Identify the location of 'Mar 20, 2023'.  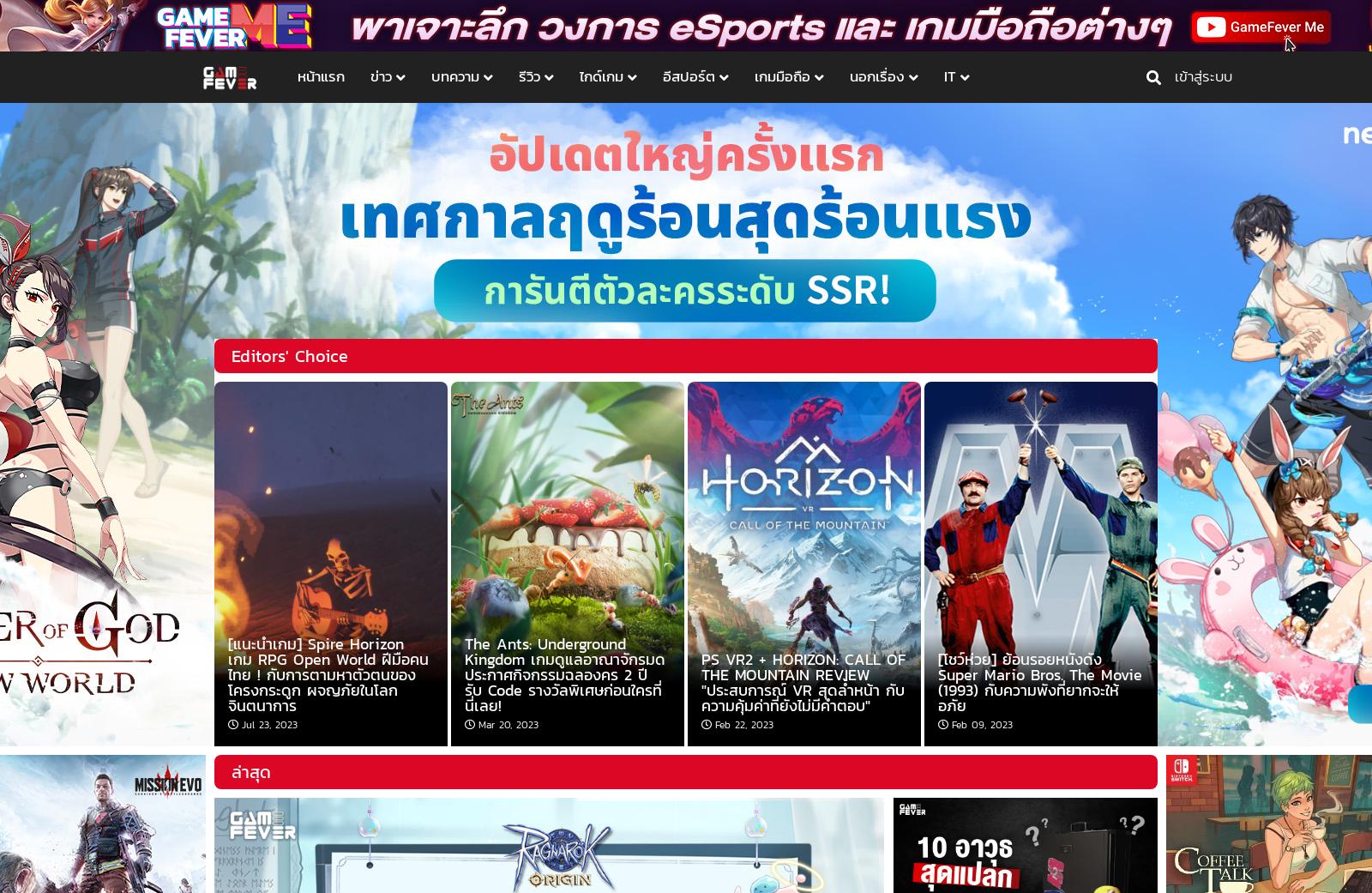
(478, 723).